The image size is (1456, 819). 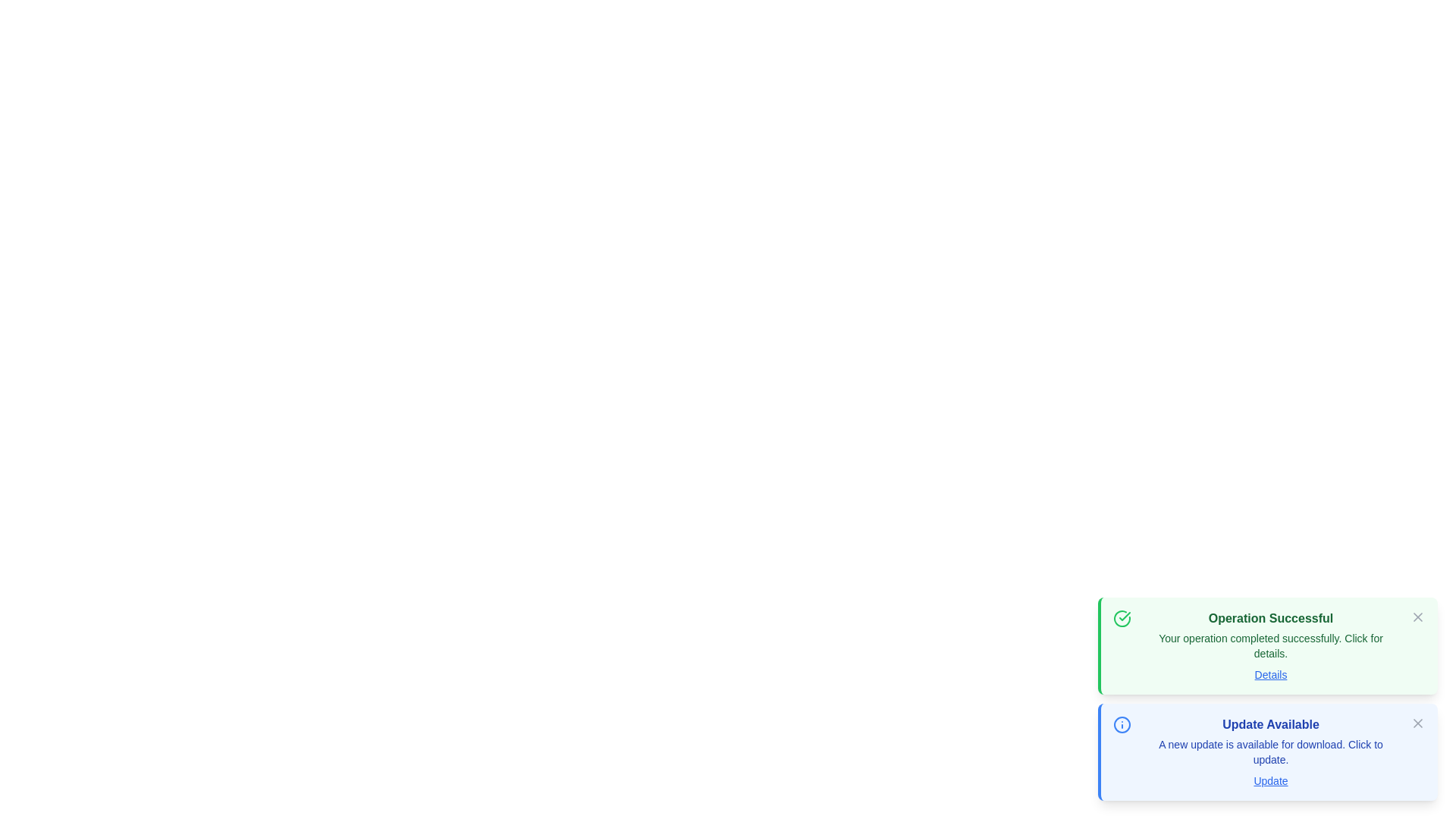 I want to click on the SVG Circle icon that indicates 'Update Available' in the header of the notification card located below the 'Operation Successful' card, so click(x=1122, y=724).